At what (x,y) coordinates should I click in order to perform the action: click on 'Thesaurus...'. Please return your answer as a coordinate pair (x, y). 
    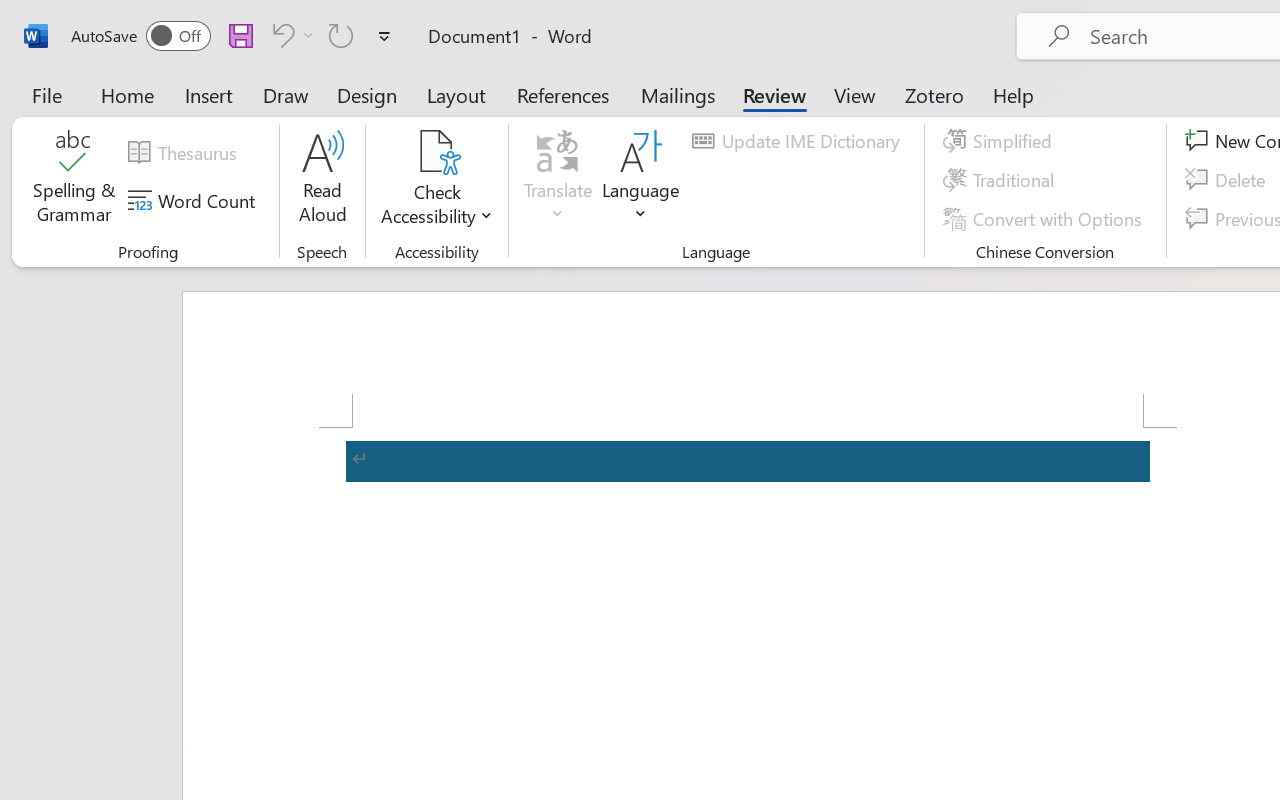
    Looking at the image, I should click on (185, 153).